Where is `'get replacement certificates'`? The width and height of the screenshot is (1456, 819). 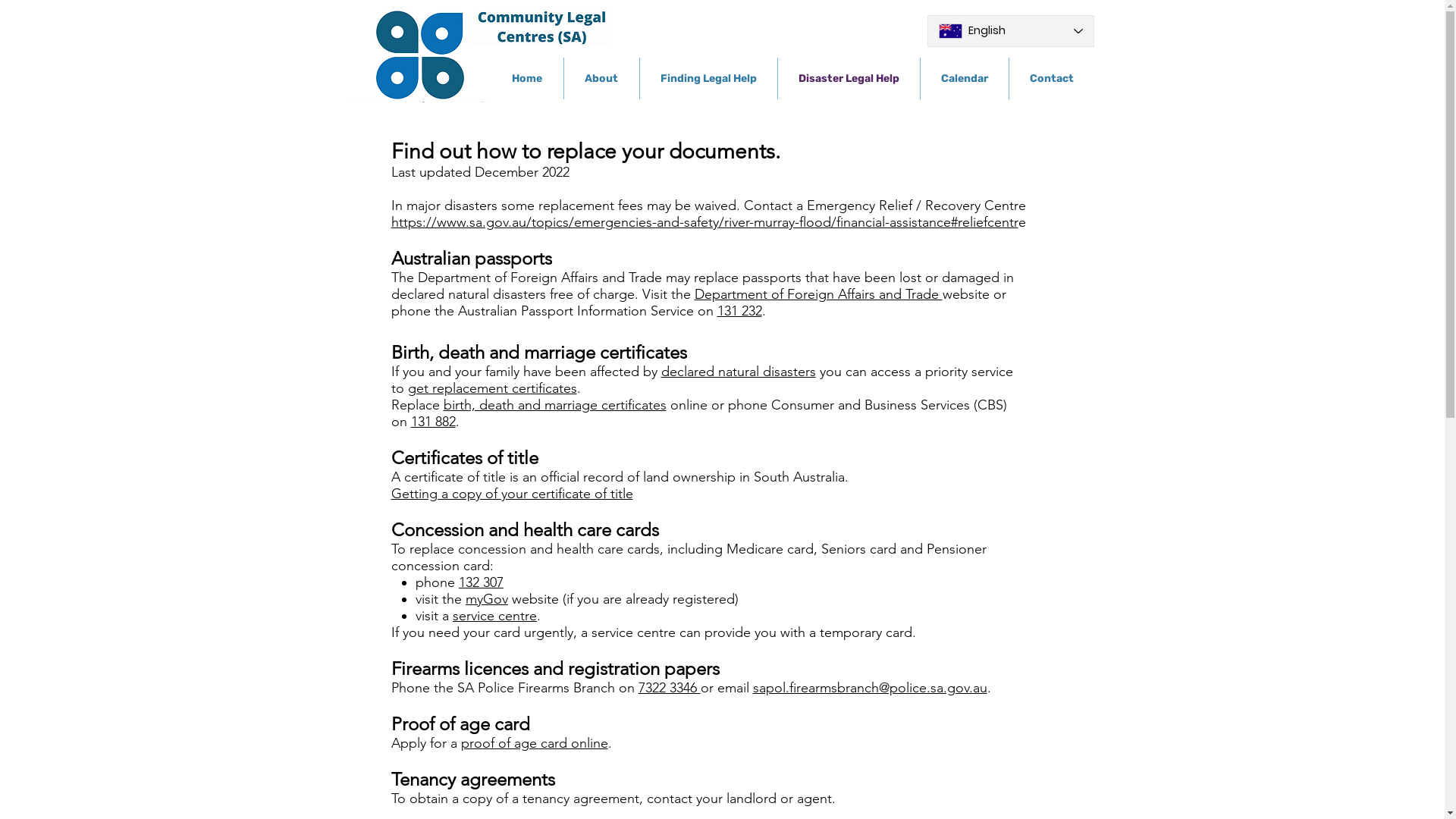
'get replacement certificates' is located at coordinates (492, 388).